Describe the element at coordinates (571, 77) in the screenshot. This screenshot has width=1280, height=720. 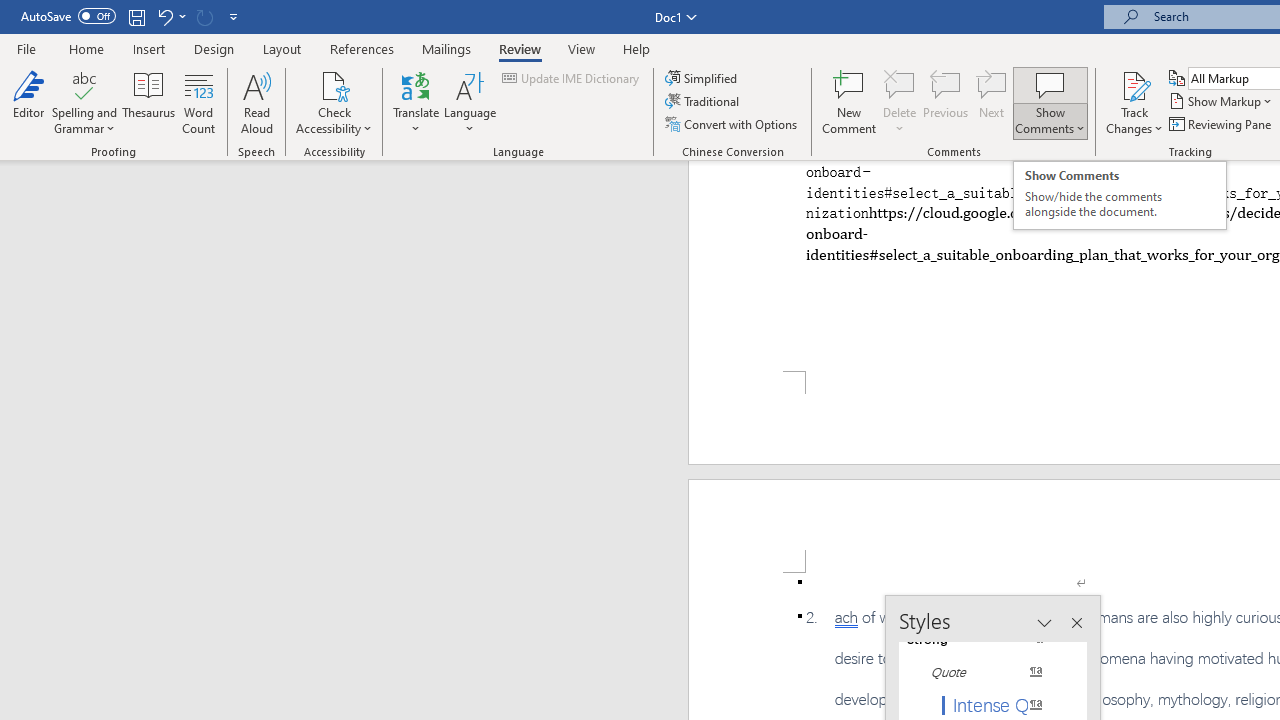
I see `'Update IME Dictionary...'` at that location.